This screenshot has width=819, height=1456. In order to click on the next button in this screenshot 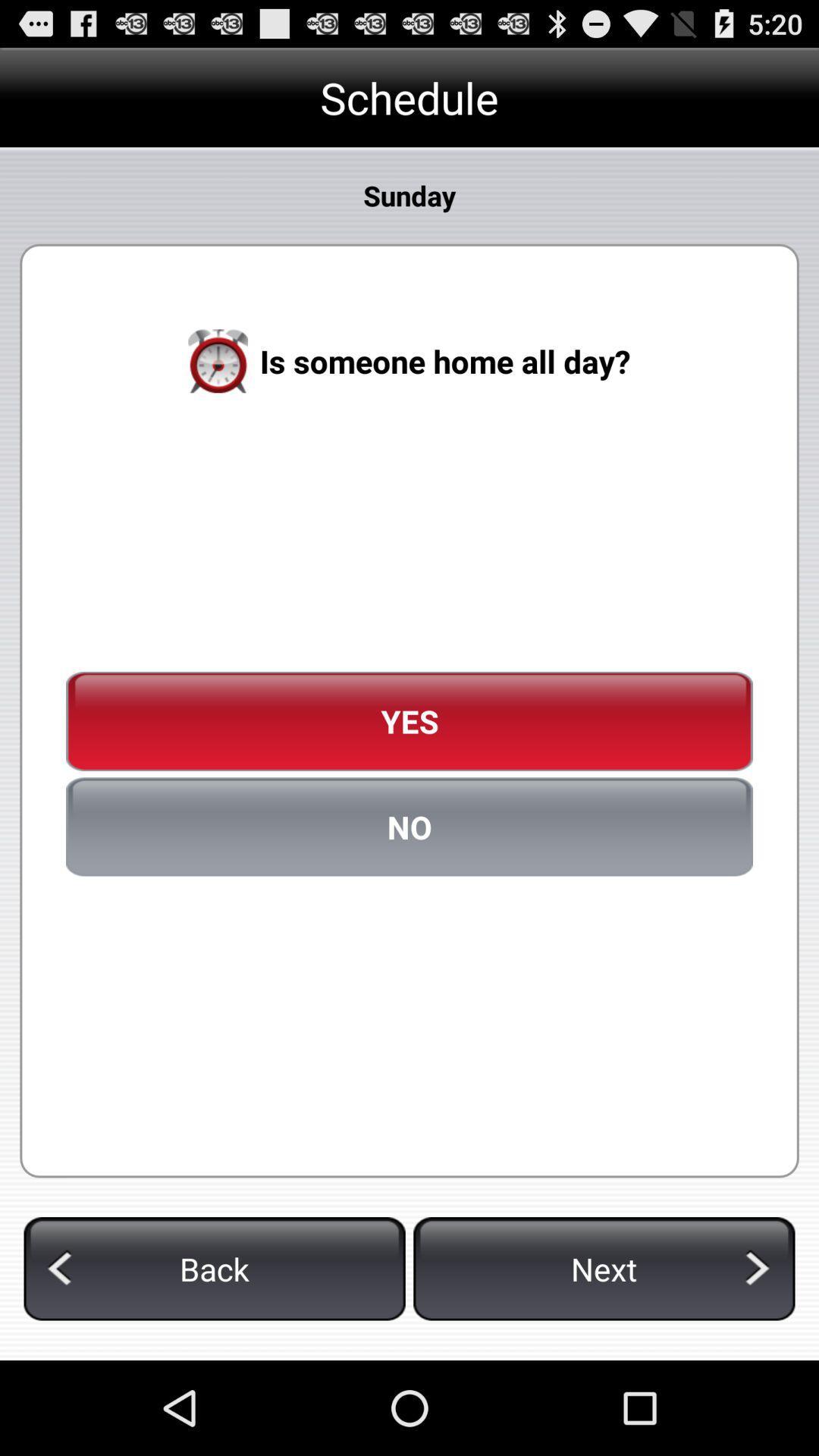, I will do `click(603, 1269)`.